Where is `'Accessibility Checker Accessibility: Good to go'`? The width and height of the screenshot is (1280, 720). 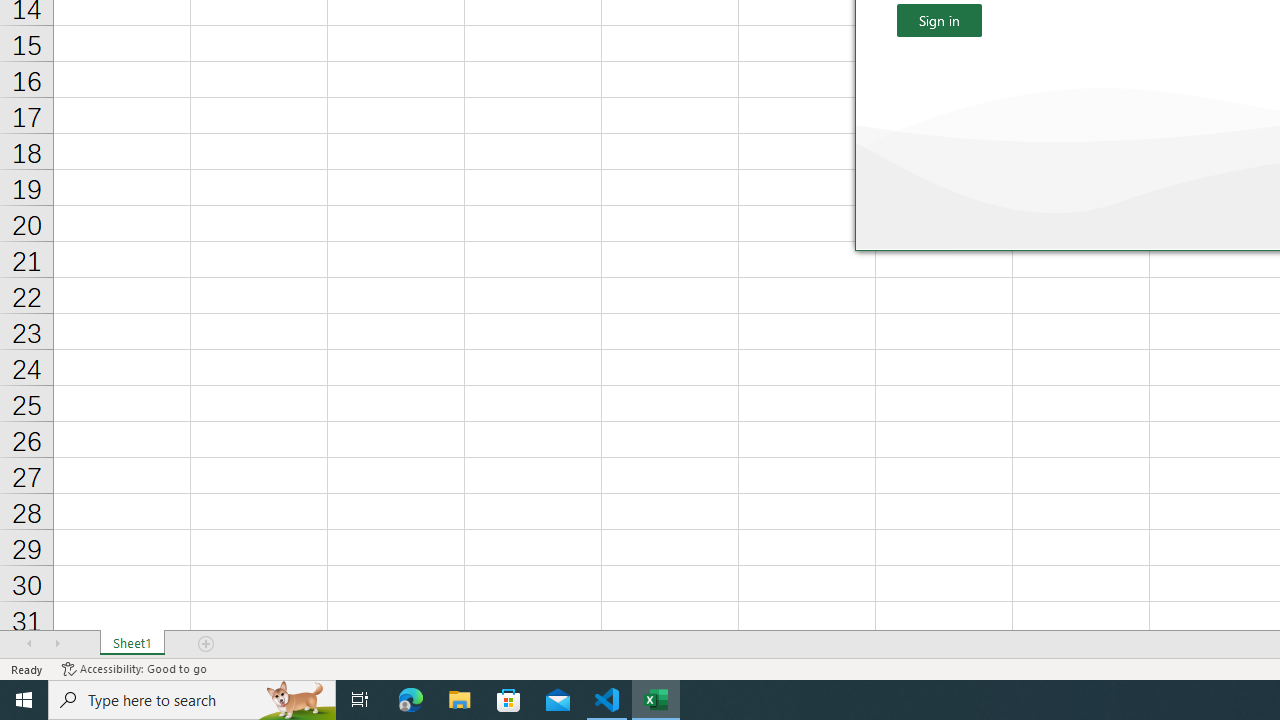 'Accessibility Checker Accessibility: Good to go' is located at coordinates (133, 669).